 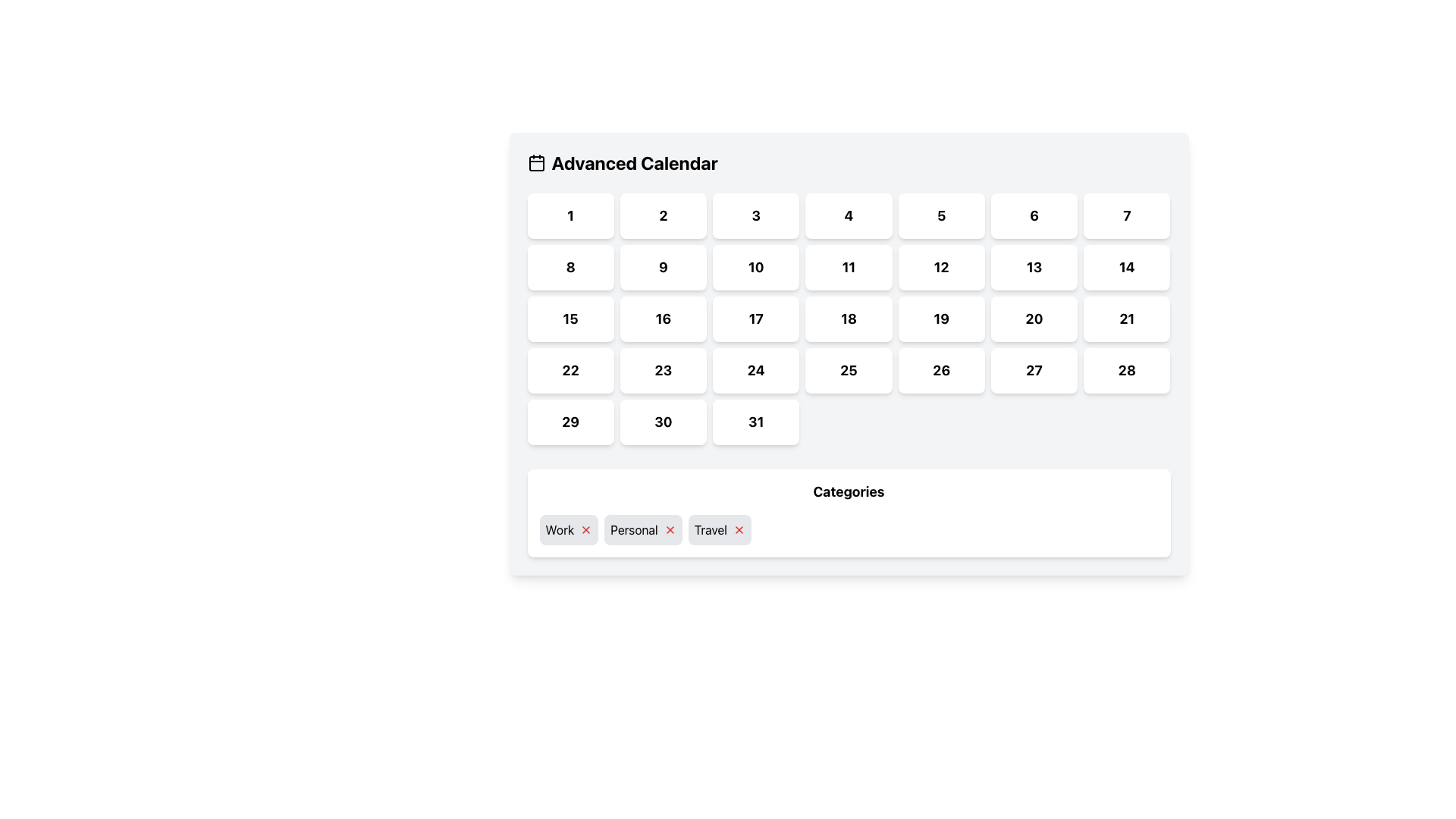 What do you see at coordinates (1127, 318) in the screenshot?
I see `the text label representing the date '21' in the calendar grid` at bounding box center [1127, 318].